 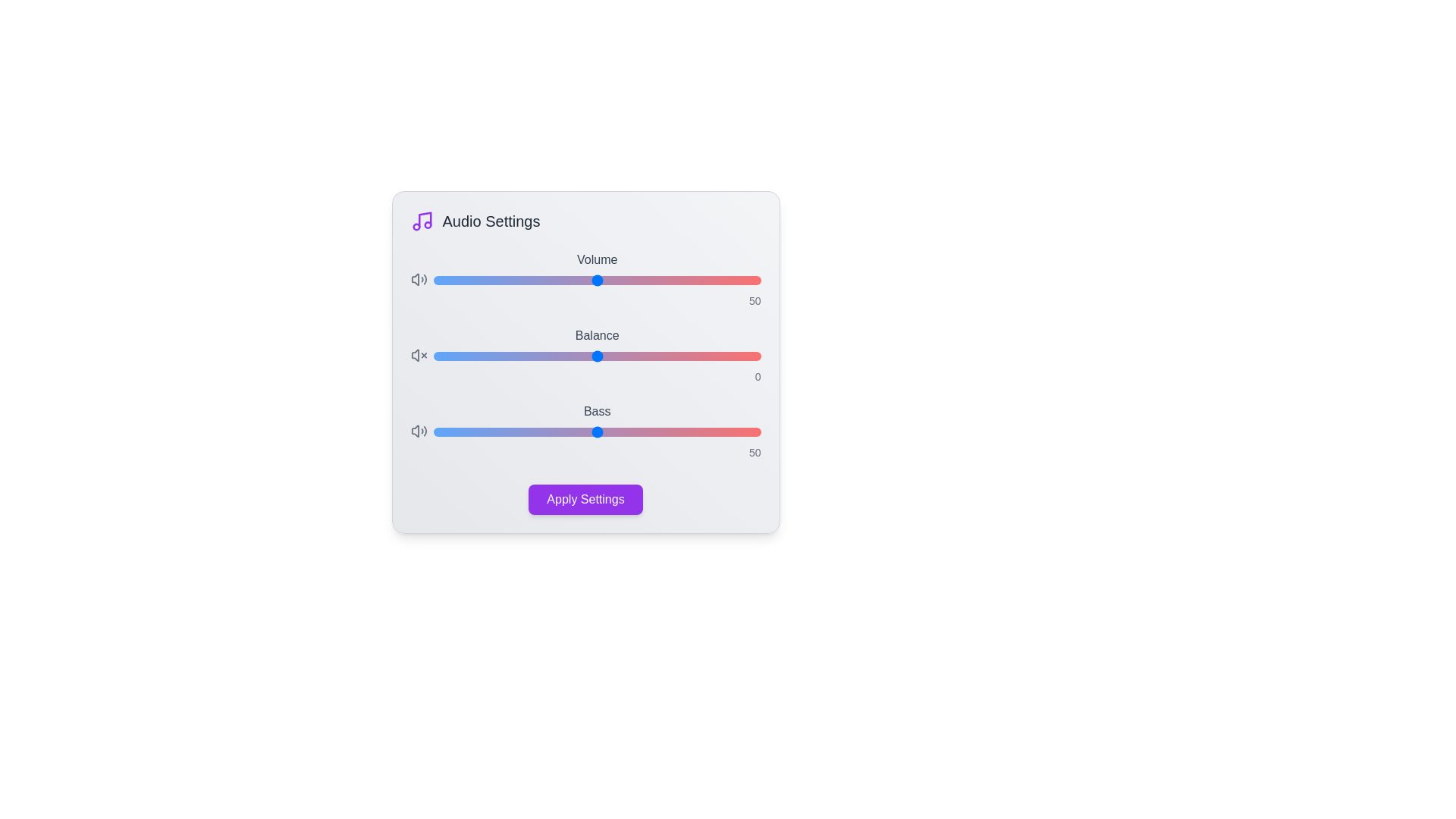 I want to click on the 'Bass' slider to 60, so click(x=629, y=432).